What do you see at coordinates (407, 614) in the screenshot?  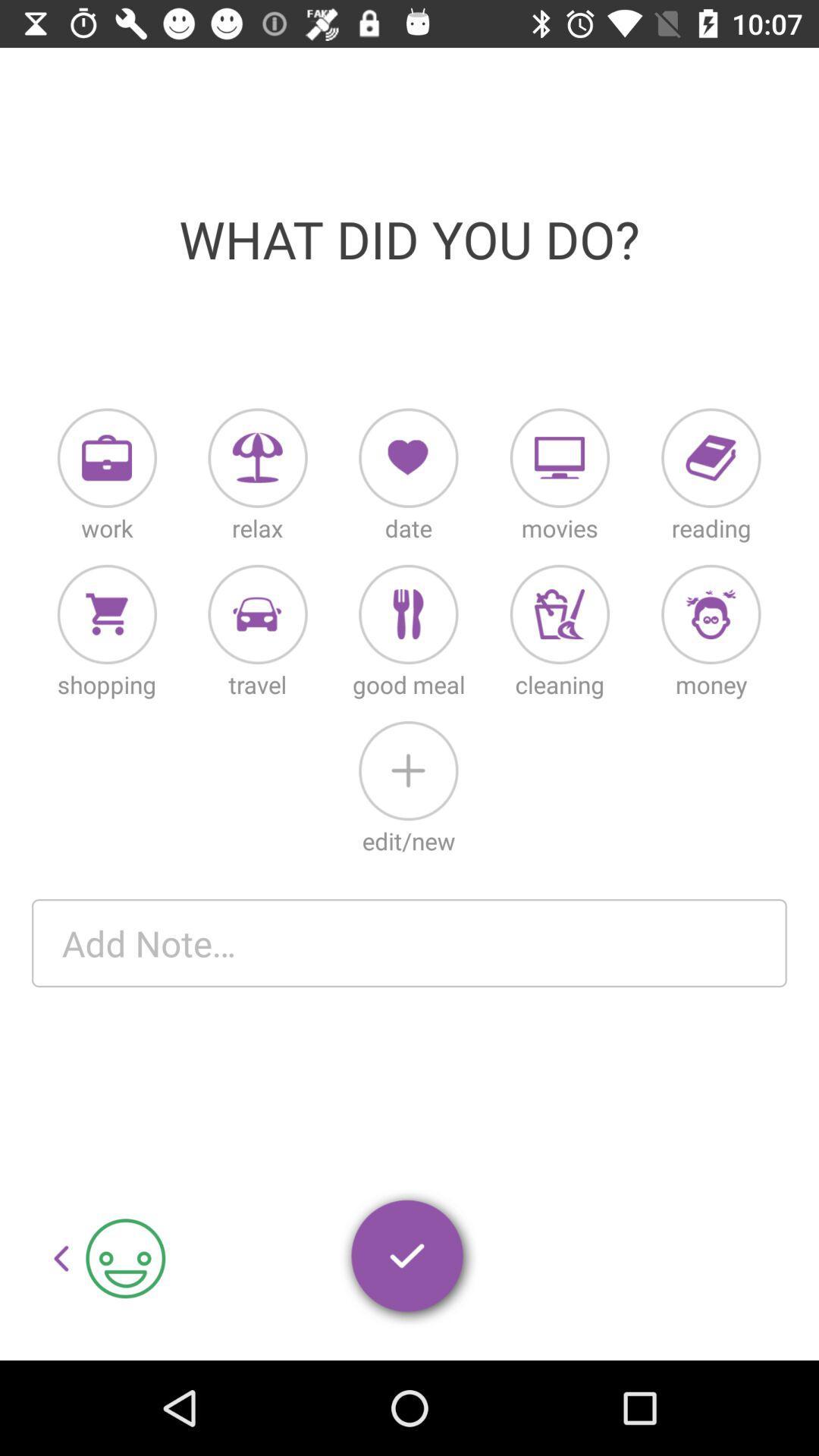 I see `meal` at bounding box center [407, 614].